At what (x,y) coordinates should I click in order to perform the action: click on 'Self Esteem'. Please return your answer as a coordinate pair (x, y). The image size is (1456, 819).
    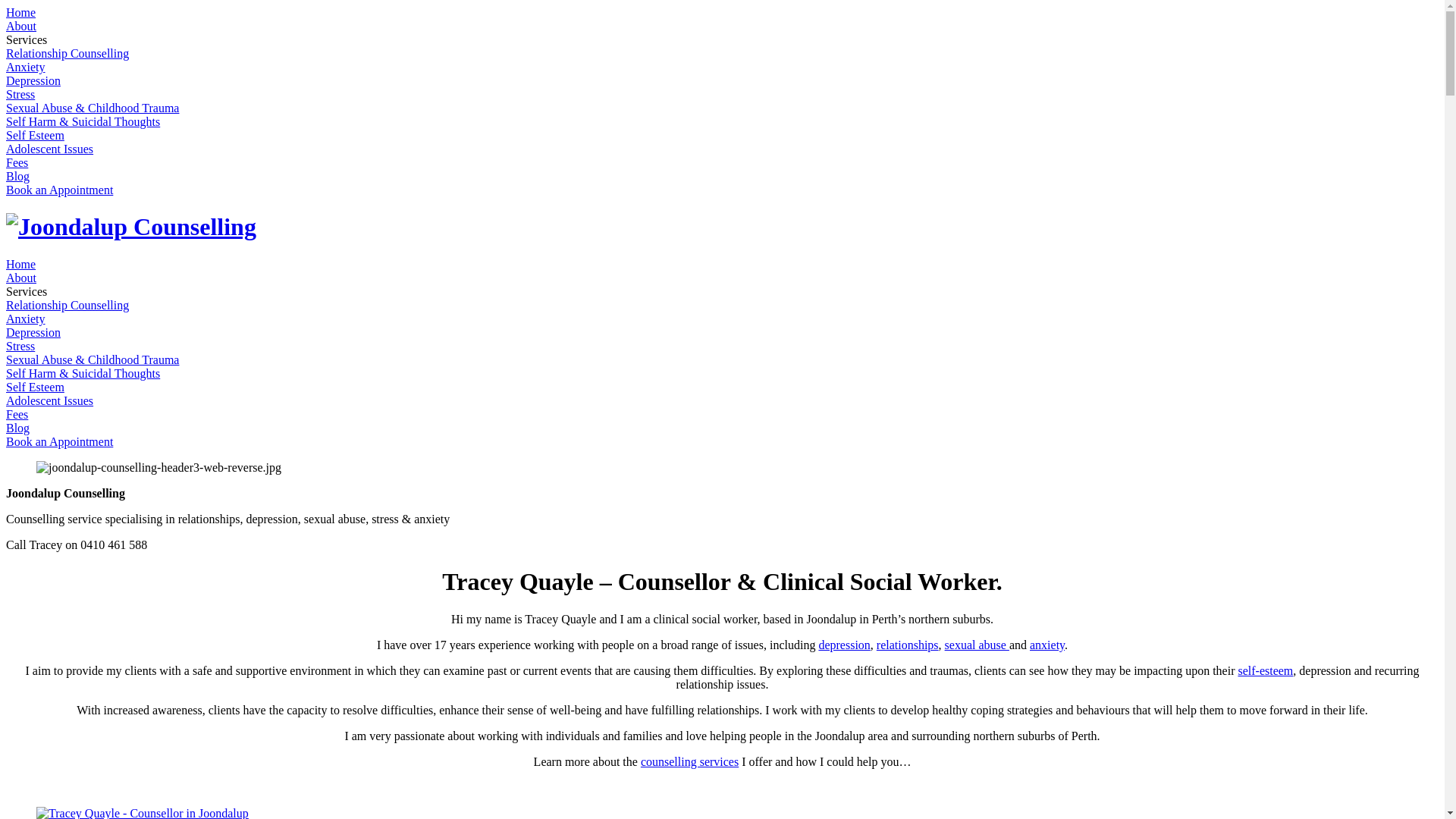
    Looking at the image, I should click on (35, 134).